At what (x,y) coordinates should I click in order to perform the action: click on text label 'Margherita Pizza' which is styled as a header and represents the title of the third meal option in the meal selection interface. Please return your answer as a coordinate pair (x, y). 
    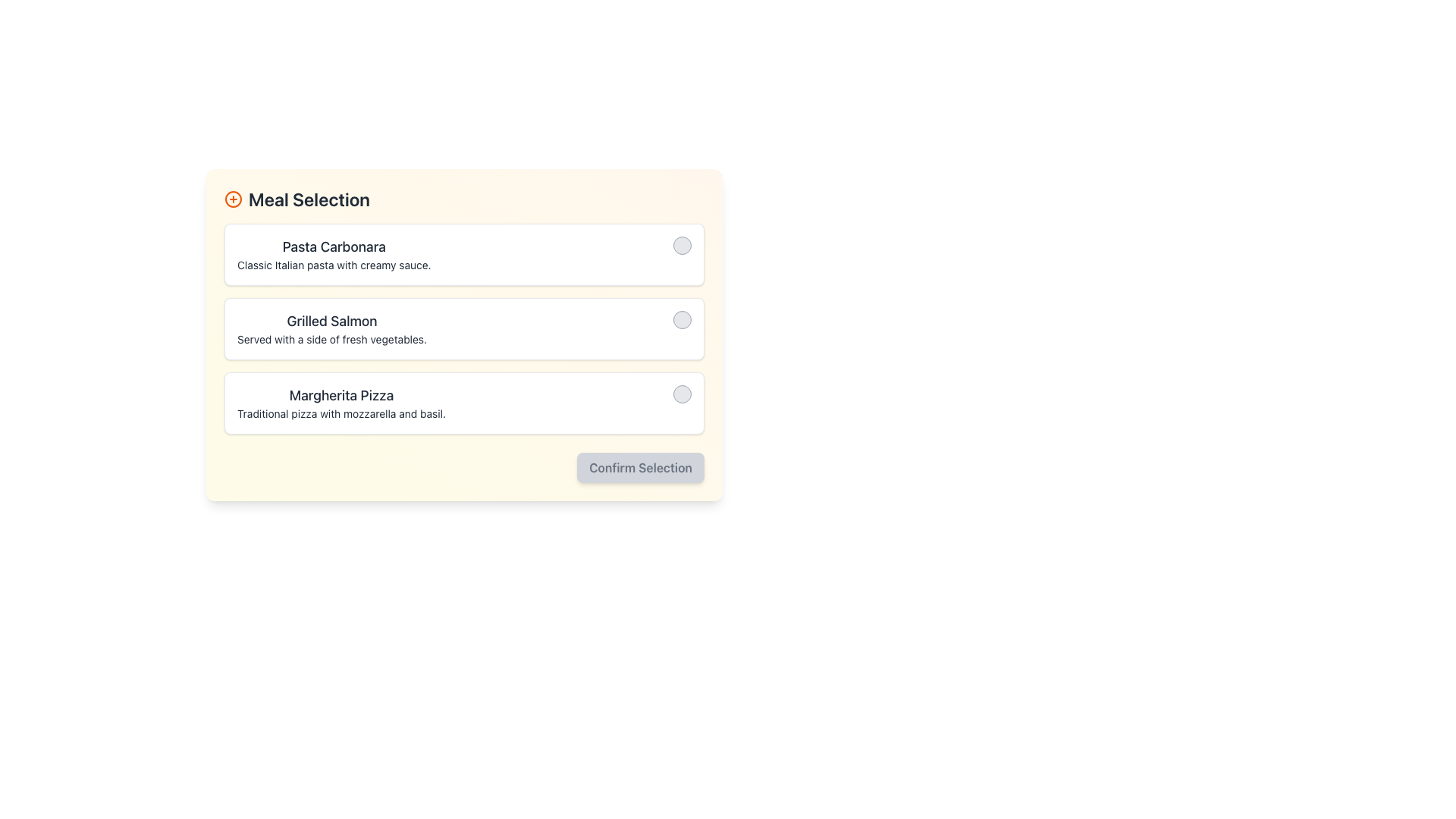
    Looking at the image, I should click on (340, 394).